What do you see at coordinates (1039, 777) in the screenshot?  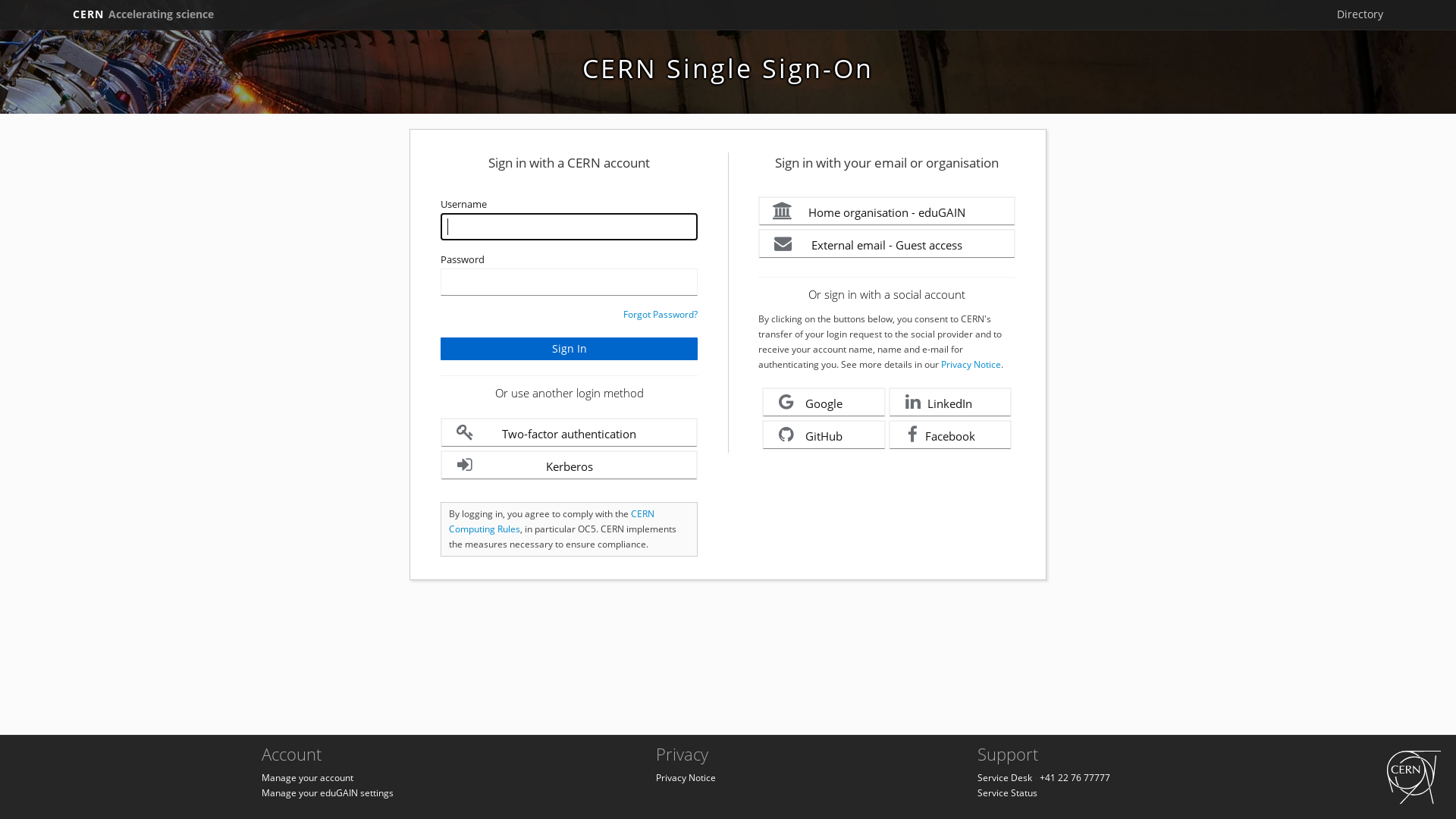 I see `'+41 22 76 77777'` at bounding box center [1039, 777].